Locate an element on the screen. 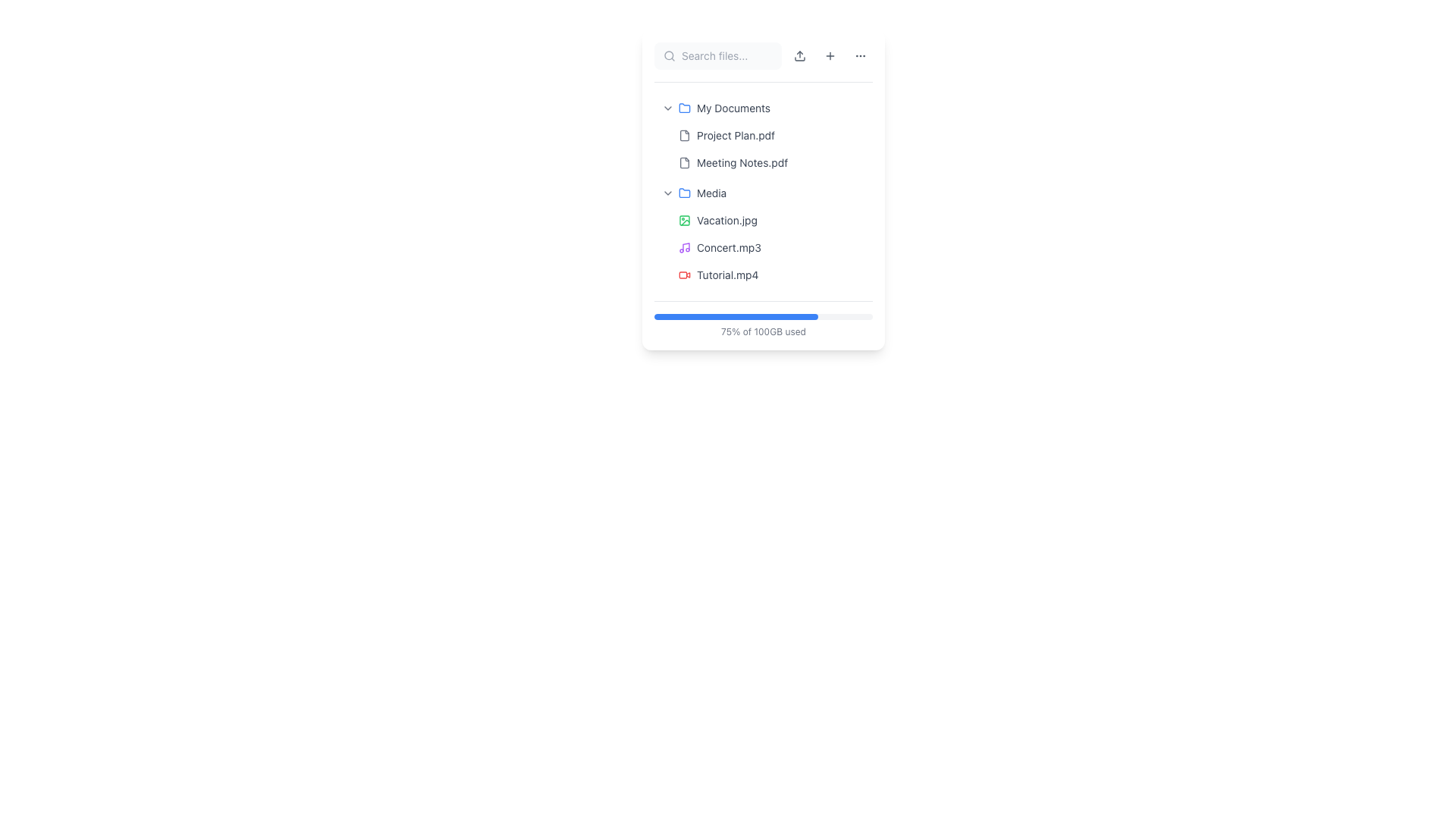 Image resolution: width=1456 pixels, height=819 pixels. the text label representing the file 'Project Plan.pdf' is located at coordinates (736, 134).